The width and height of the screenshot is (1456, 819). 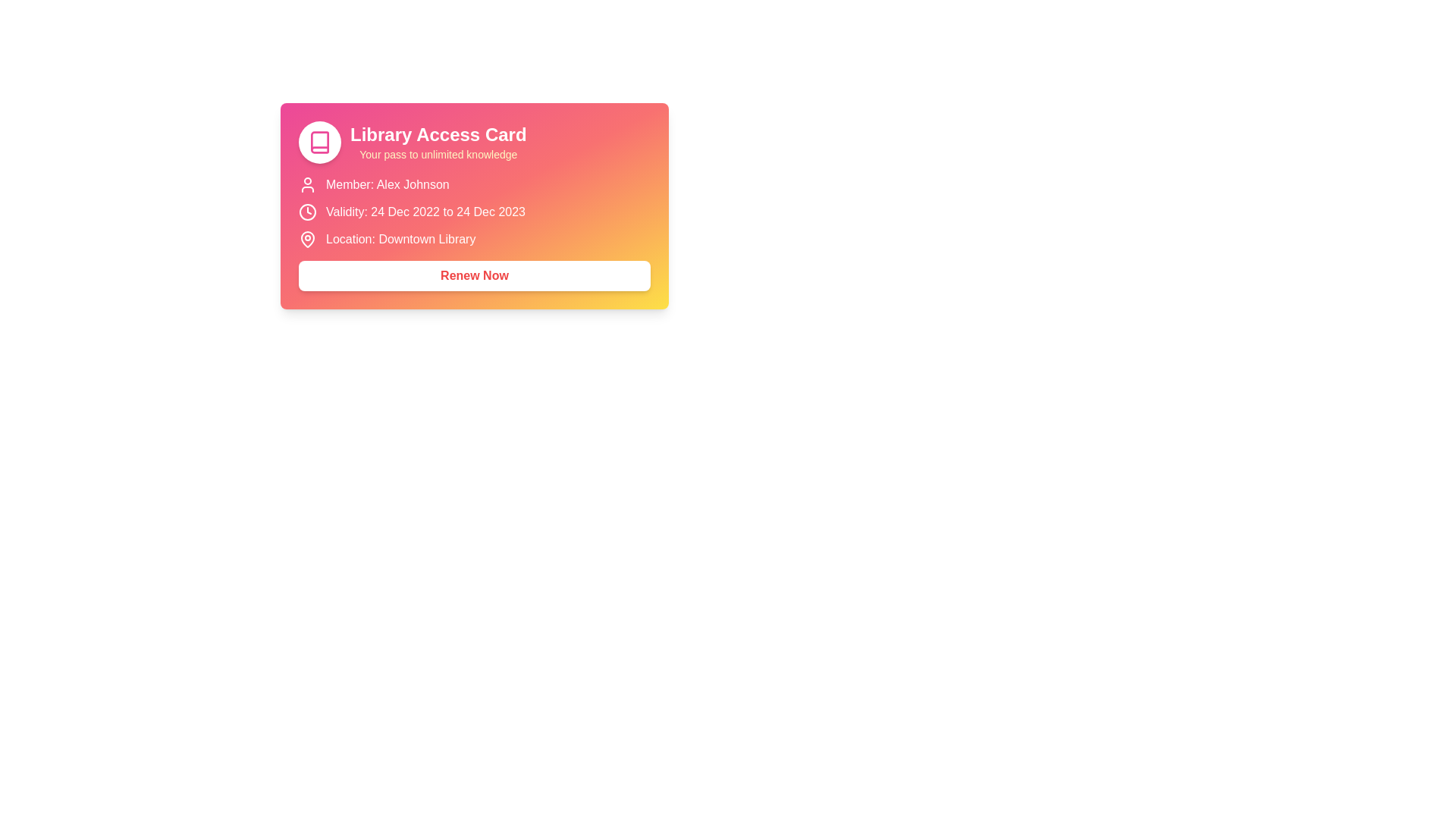 I want to click on the 'Renew Now' button, which is a rectangular button with rounded corners and bold red text, located at the bottom of the 'Library Access Card', so click(x=473, y=275).